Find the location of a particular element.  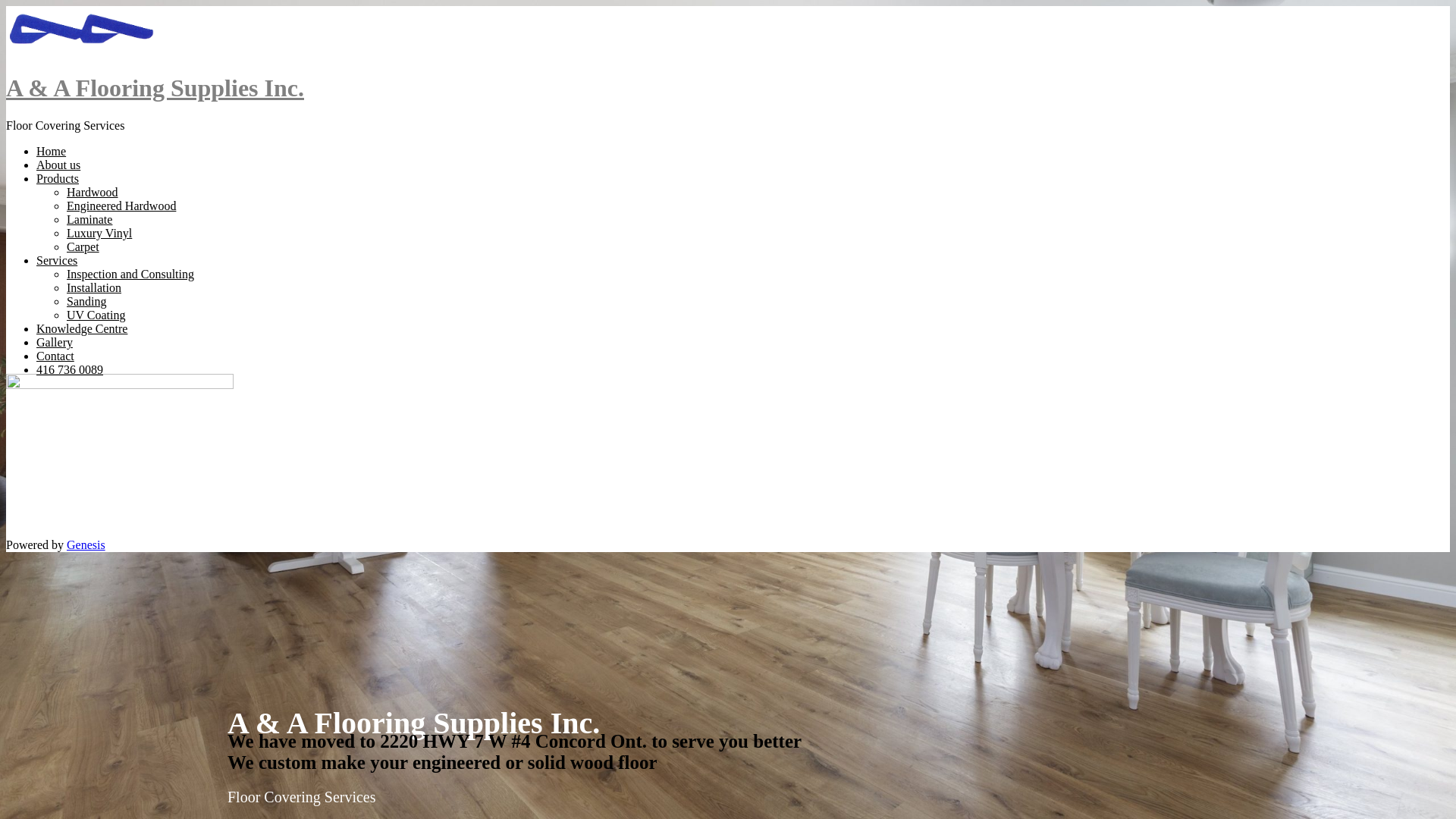

'Sanding' is located at coordinates (86, 301).